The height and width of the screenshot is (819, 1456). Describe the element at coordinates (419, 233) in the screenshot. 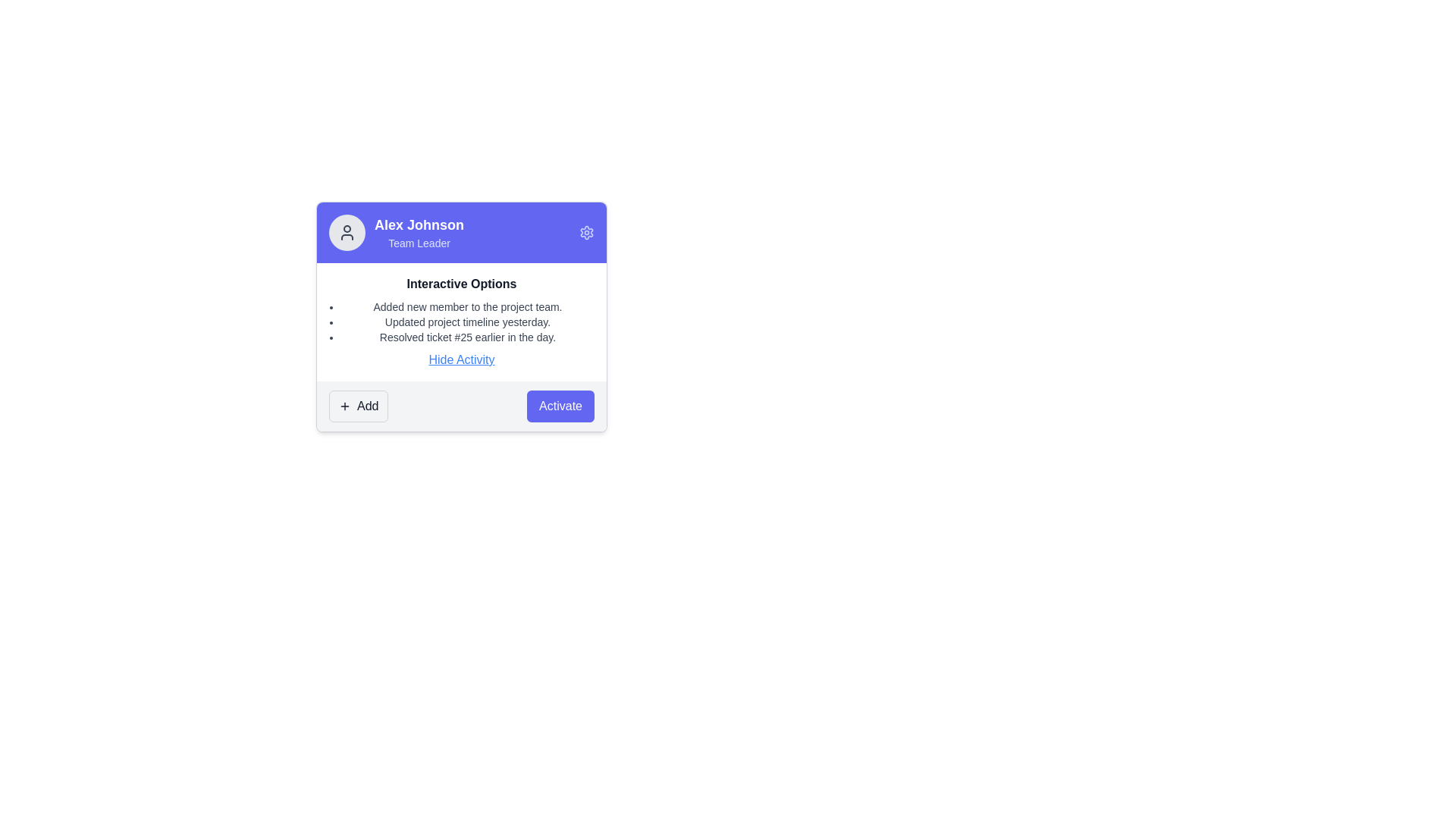

I see `displayed information from the text label showing 'Alex Johnson' and 'Team Leader' on a purple background, positioned in the top section of a card interface` at that location.